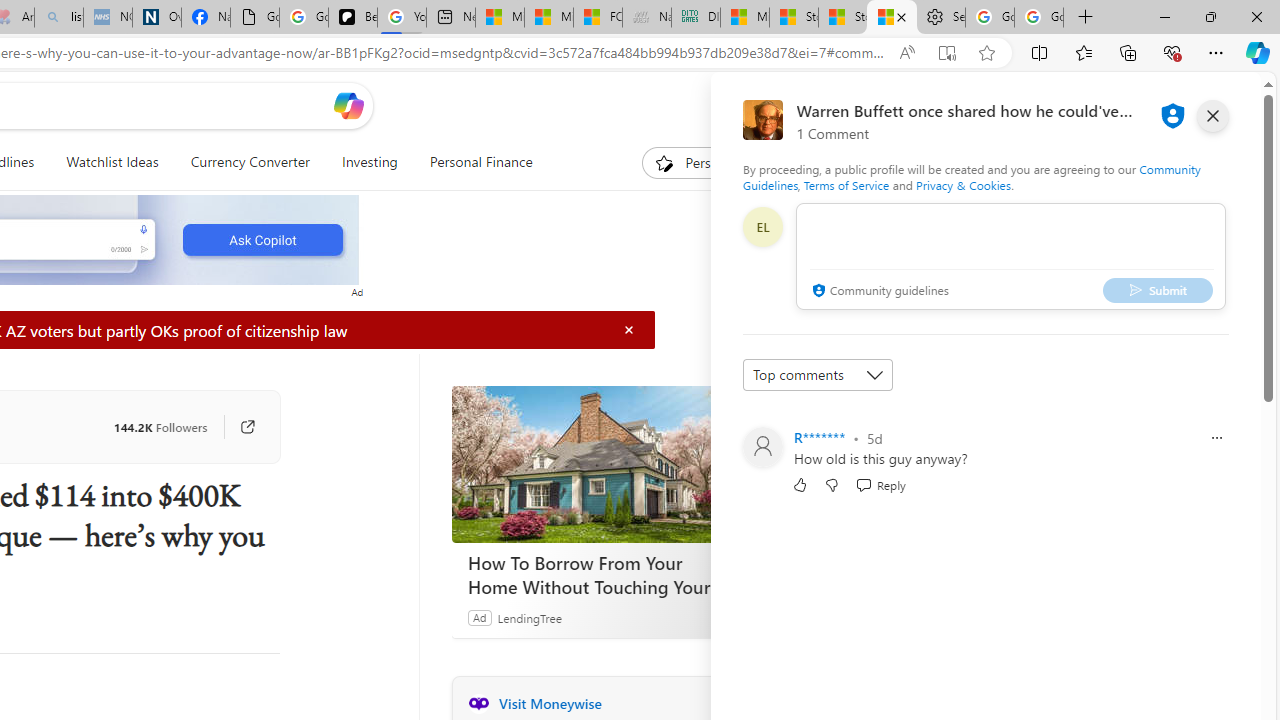 The width and height of the screenshot is (1280, 720). What do you see at coordinates (348, 105) in the screenshot?
I see `'Open Copilot'` at bounding box center [348, 105].